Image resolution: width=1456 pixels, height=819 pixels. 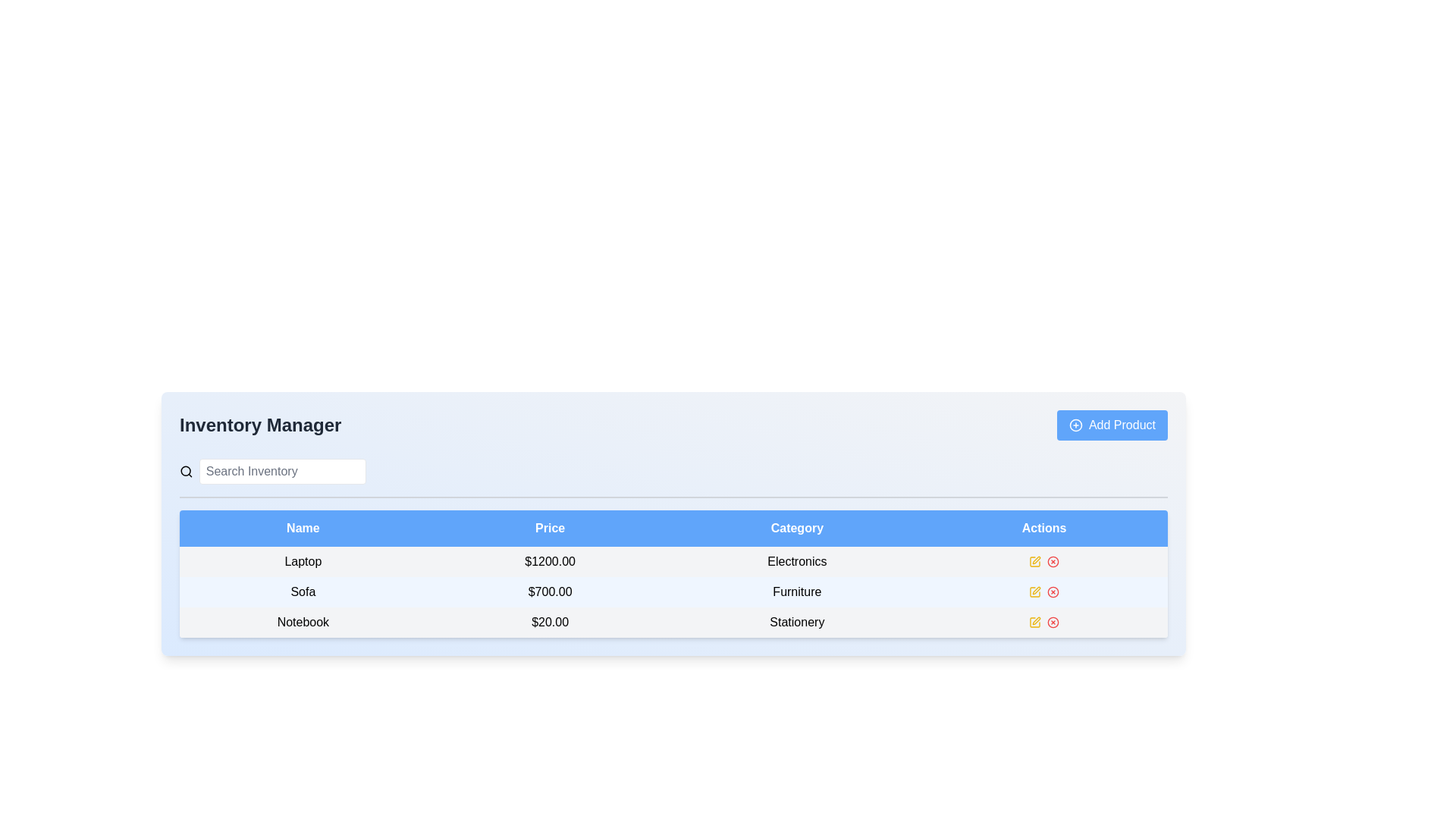 What do you see at coordinates (1053, 591) in the screenshot?
I see `the red circular icon with a white 'X' symbol in the 'Actions' column for the 'Sofa' item` at bounding box center [1053, 591].